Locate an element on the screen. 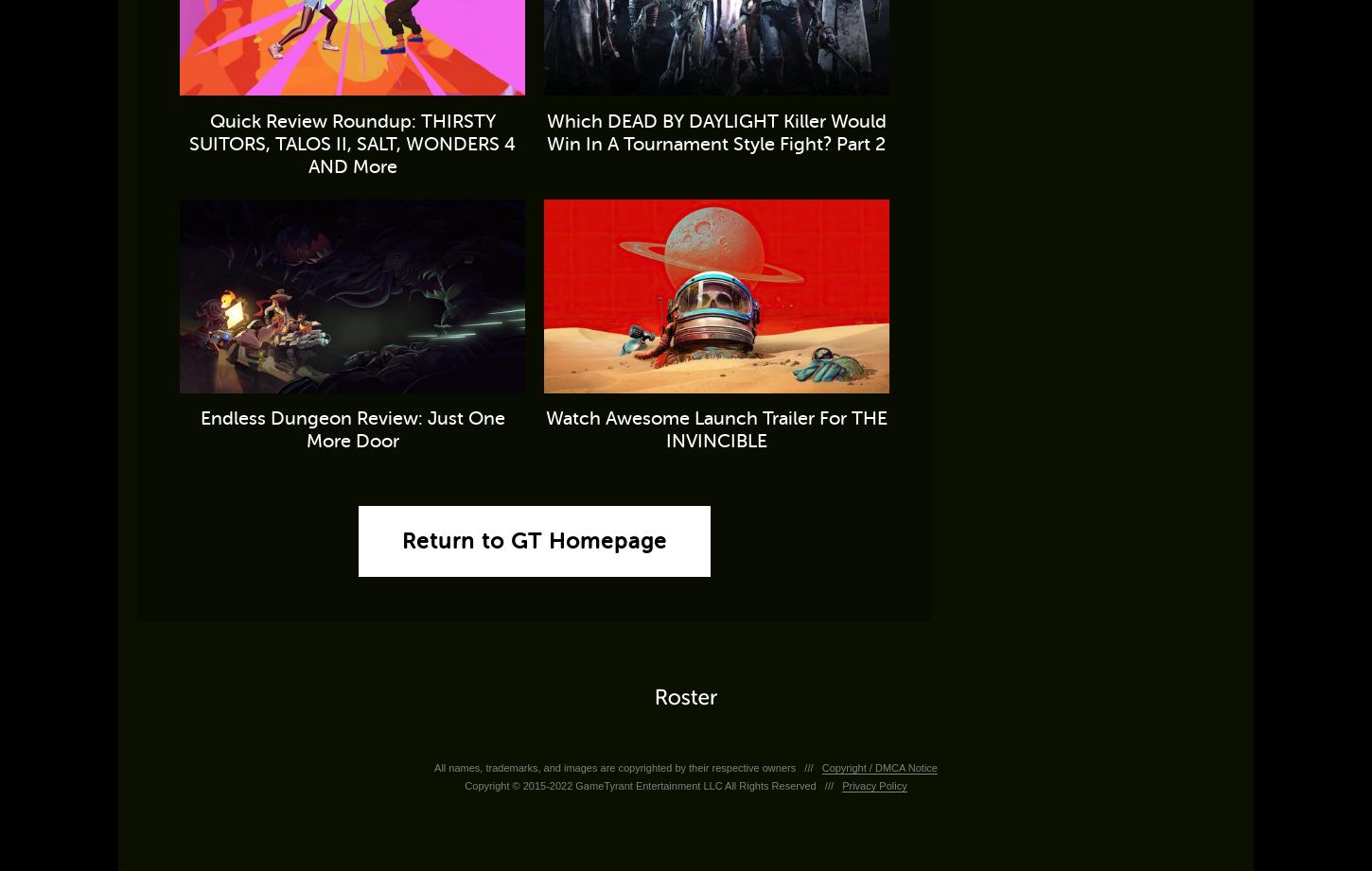  'Copyright / DMCA Notice' is located at coordinates (819, 767).